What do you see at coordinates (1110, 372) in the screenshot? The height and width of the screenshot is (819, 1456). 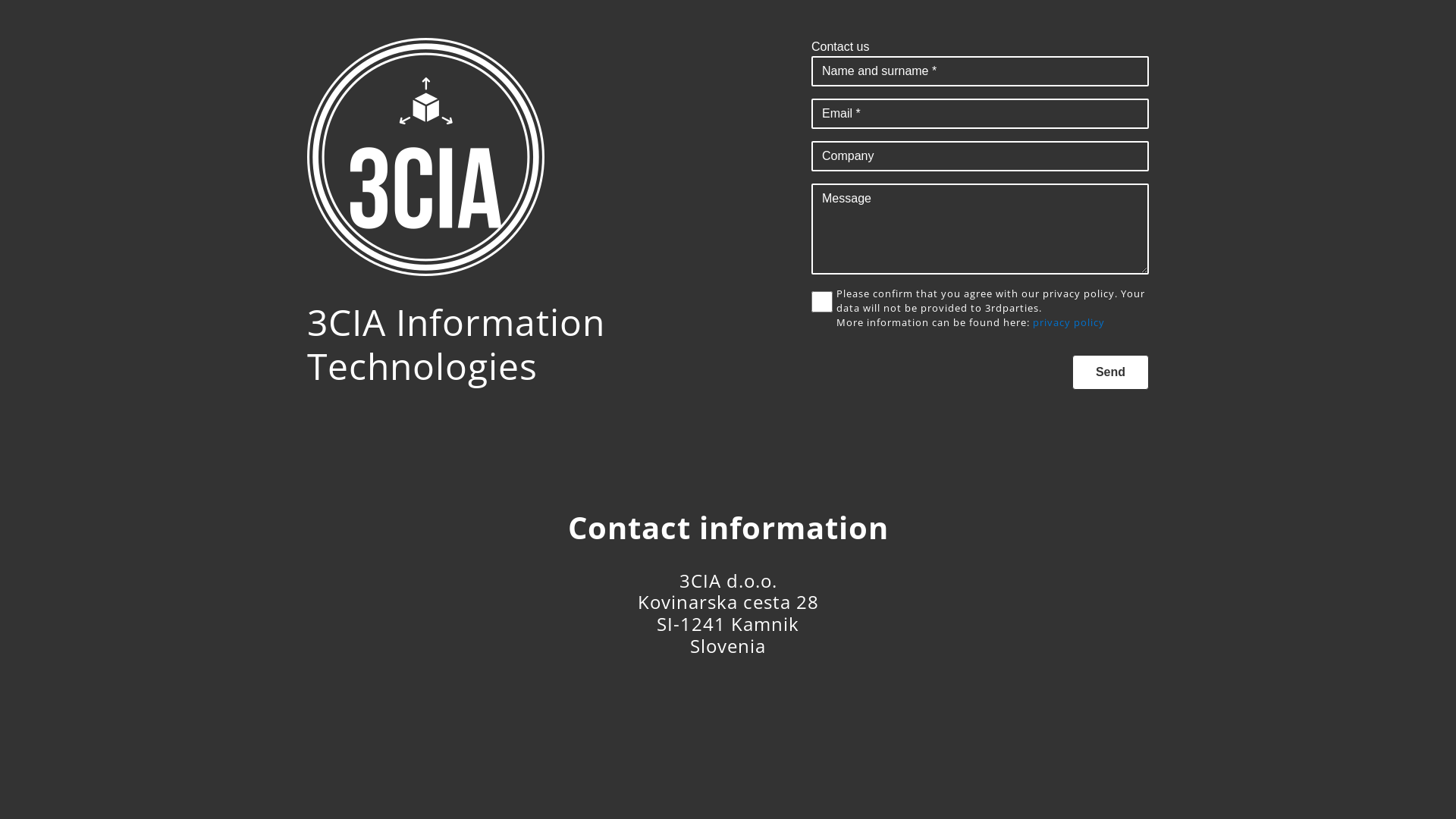 I see `'Send'` at bounding box center [1110, 372].